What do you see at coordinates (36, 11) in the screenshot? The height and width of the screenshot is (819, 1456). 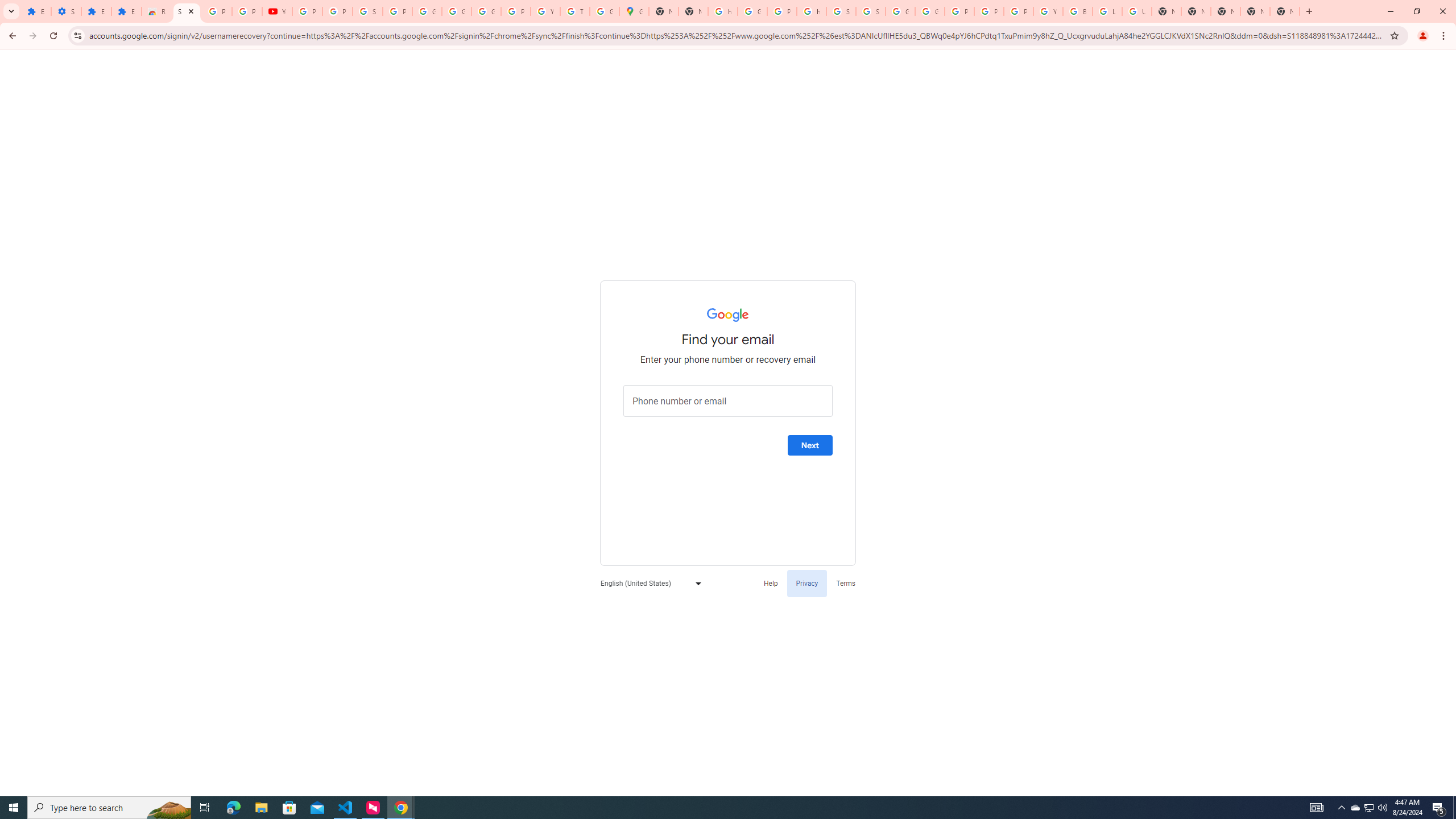 I see `'Extensions'` at bounding box center [36, 11].